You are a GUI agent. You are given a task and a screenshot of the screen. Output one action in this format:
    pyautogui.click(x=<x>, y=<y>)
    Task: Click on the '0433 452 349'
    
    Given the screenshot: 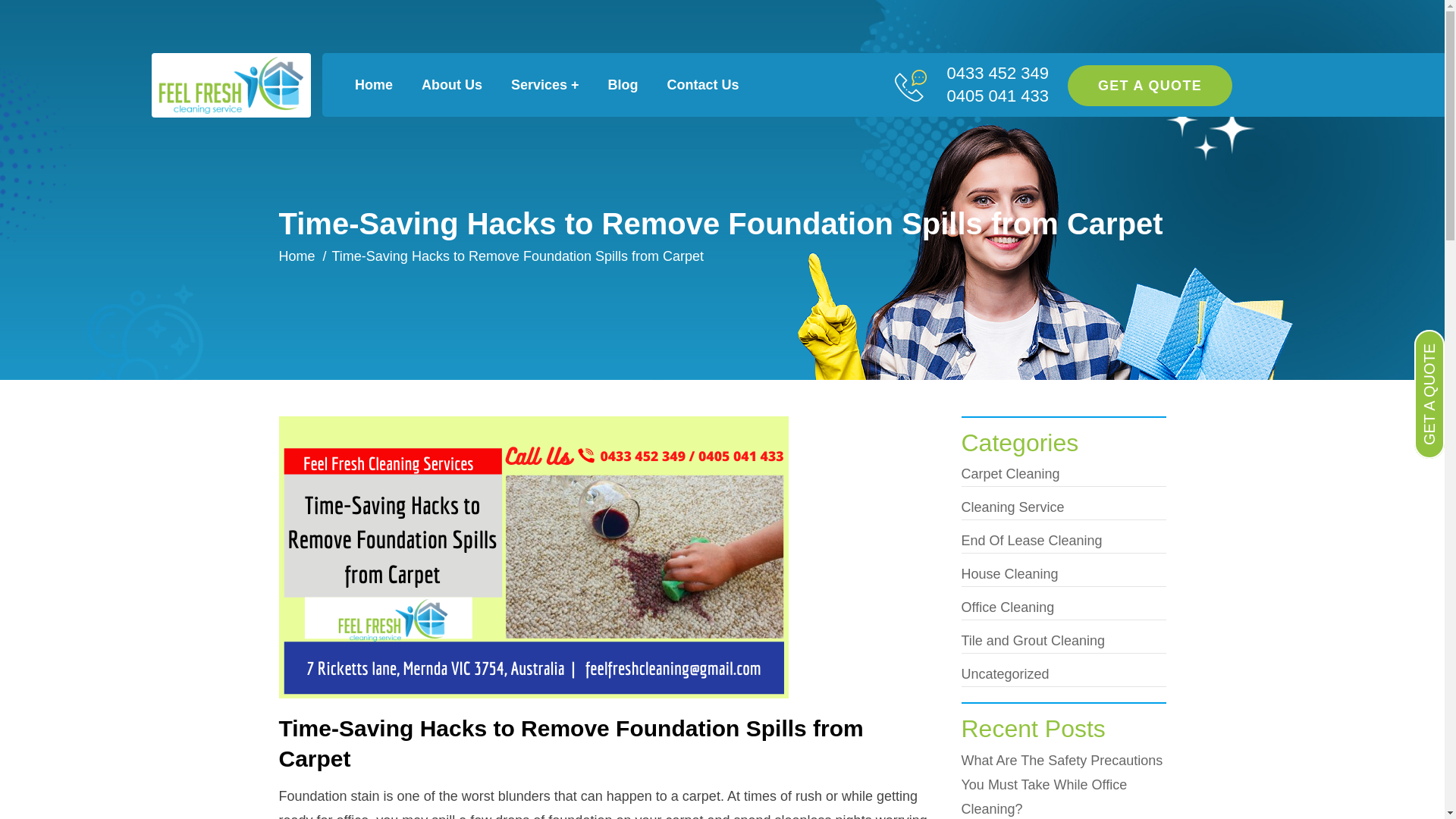 What is the action you would take?
    pyautogui.click(x=997, y=73)
    